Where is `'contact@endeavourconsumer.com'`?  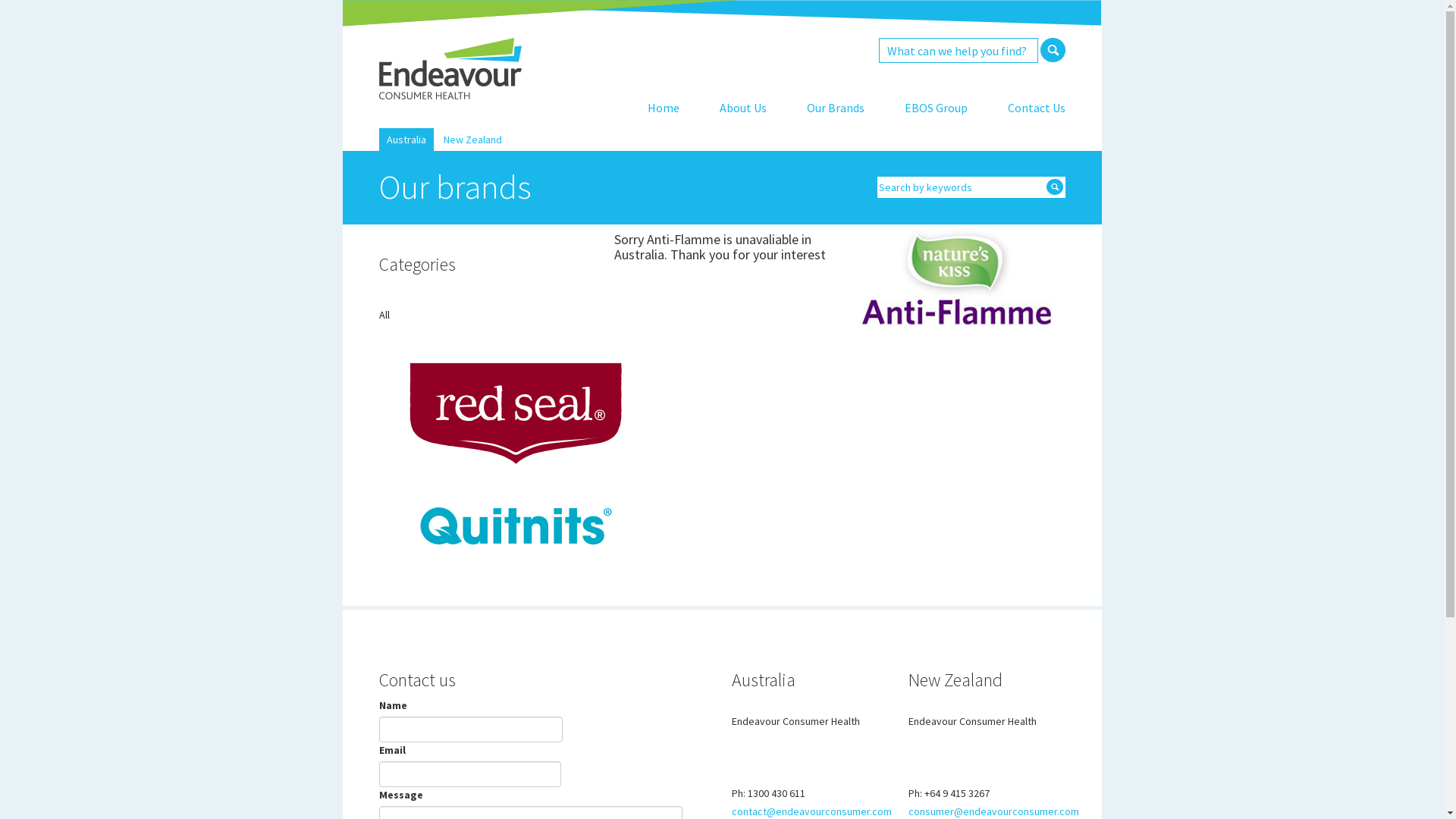 'contact@endeavourconsumer.com' is located at coordinates (811, 810).